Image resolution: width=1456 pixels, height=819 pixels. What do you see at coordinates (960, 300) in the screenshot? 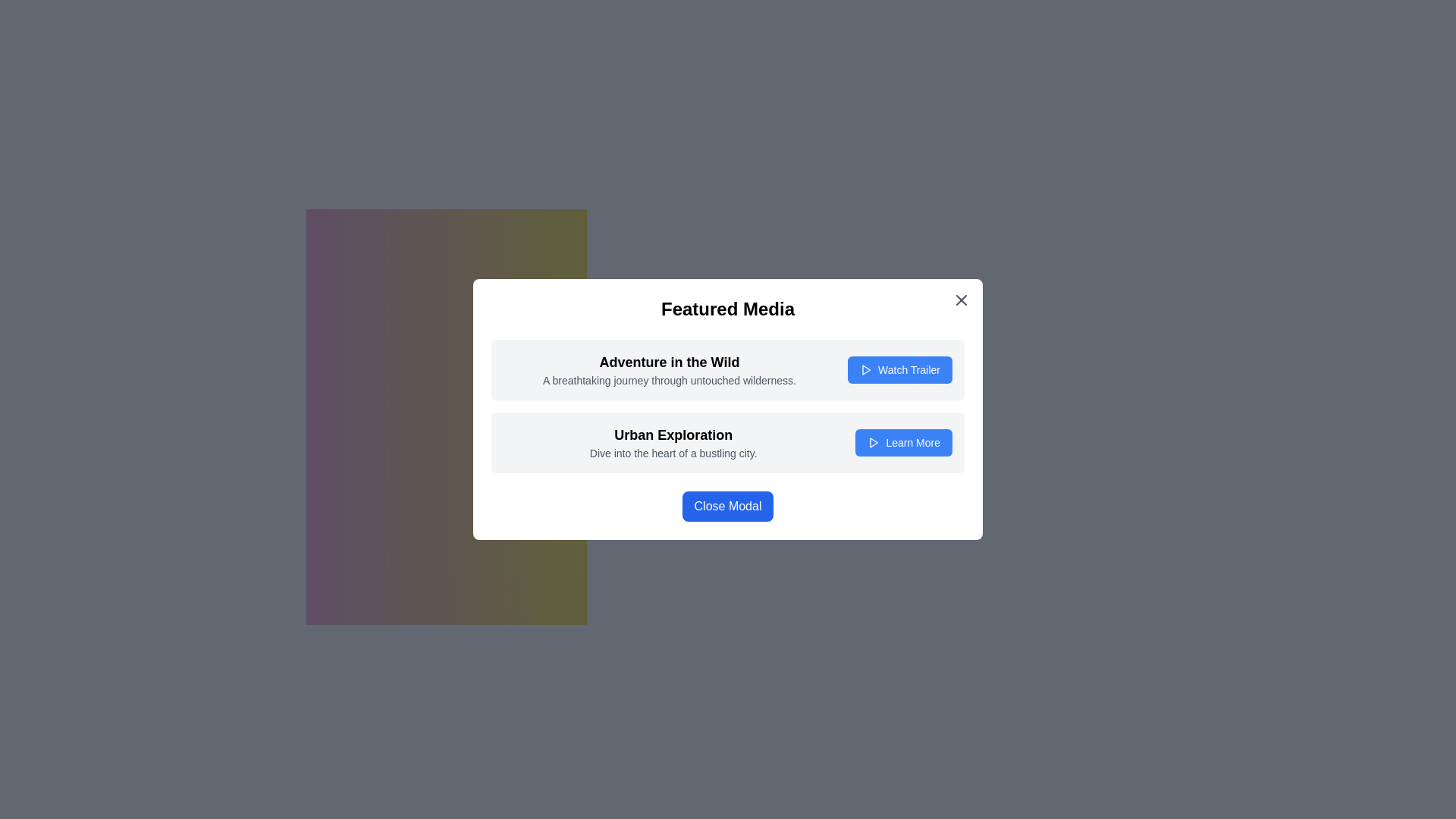
I see `the close button located in the upper-right corner of the modal dialog` at bounding box center [960, 300].